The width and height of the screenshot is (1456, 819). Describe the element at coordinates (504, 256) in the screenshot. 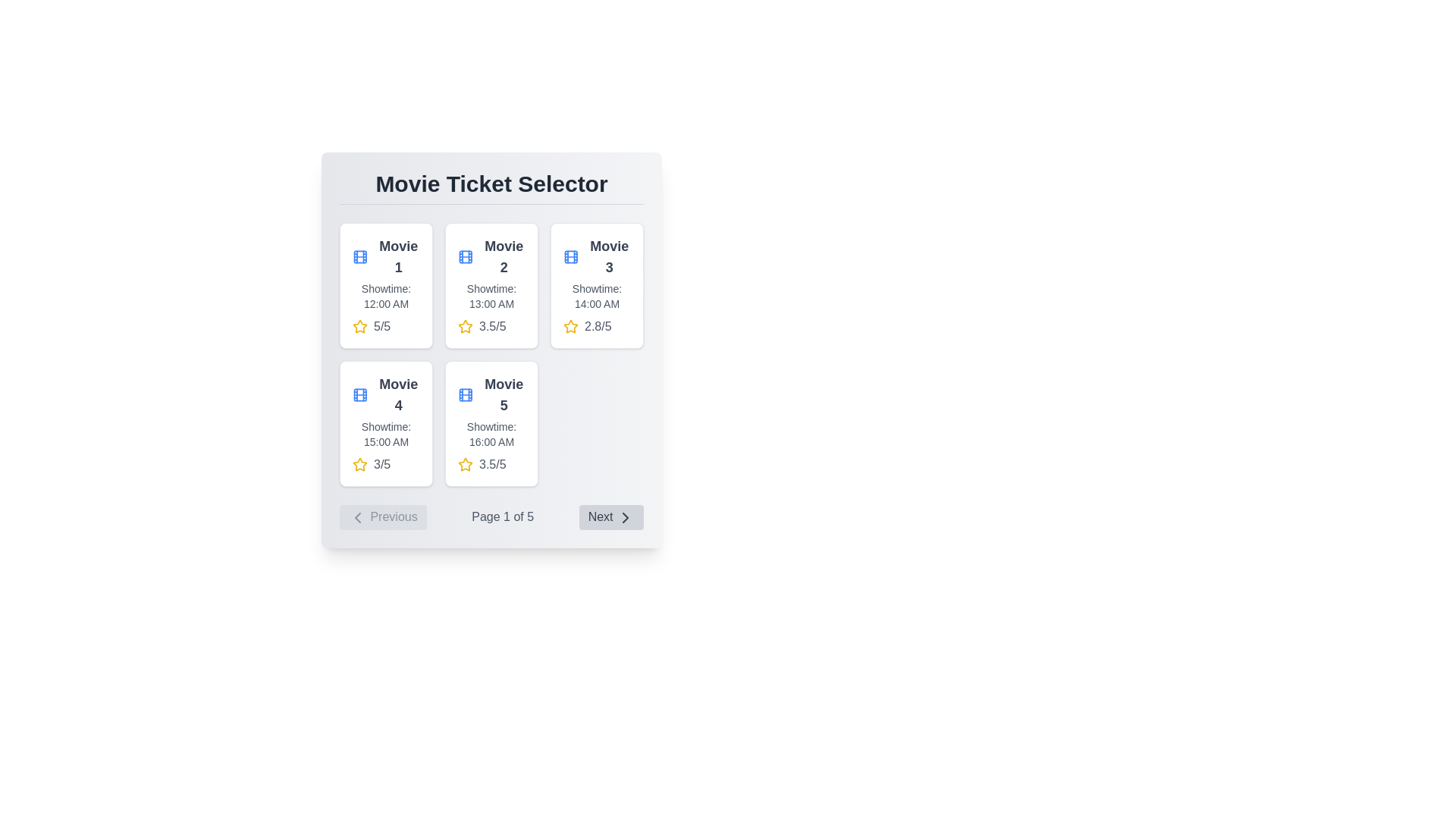

I see `the static text label that displays the title of the movie in the second card of the top row in the 'Movie Ticket Selector' interface` at that location.